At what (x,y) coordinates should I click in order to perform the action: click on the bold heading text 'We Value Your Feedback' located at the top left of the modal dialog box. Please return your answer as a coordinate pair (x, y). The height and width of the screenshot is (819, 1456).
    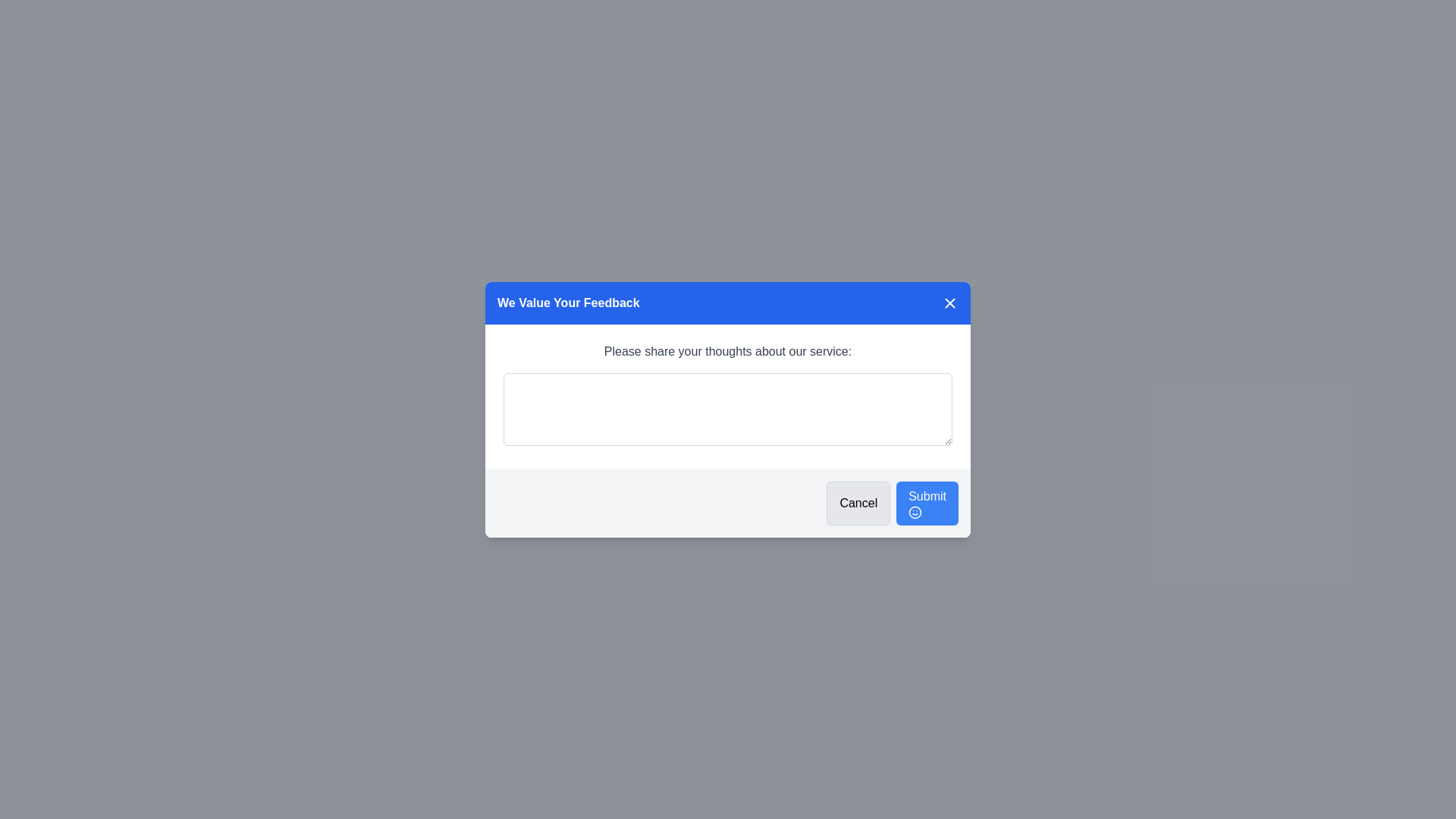
    Looking at the image, I should click on (567, 303).